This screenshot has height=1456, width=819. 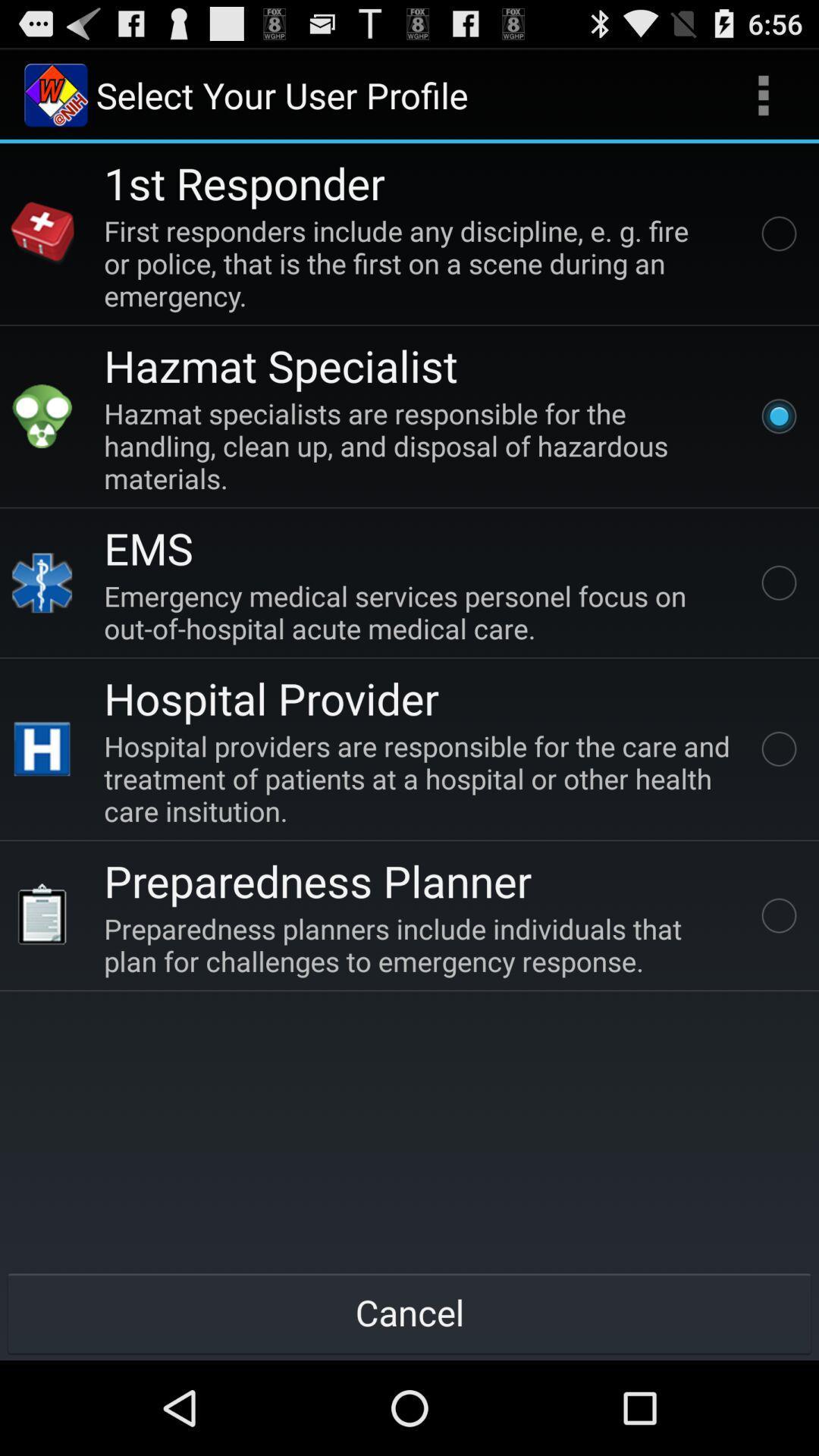 What do you see at coordinates (420, 944) in the screenshot?
I see `button above the cancel button` at bounding box center [420, 944].